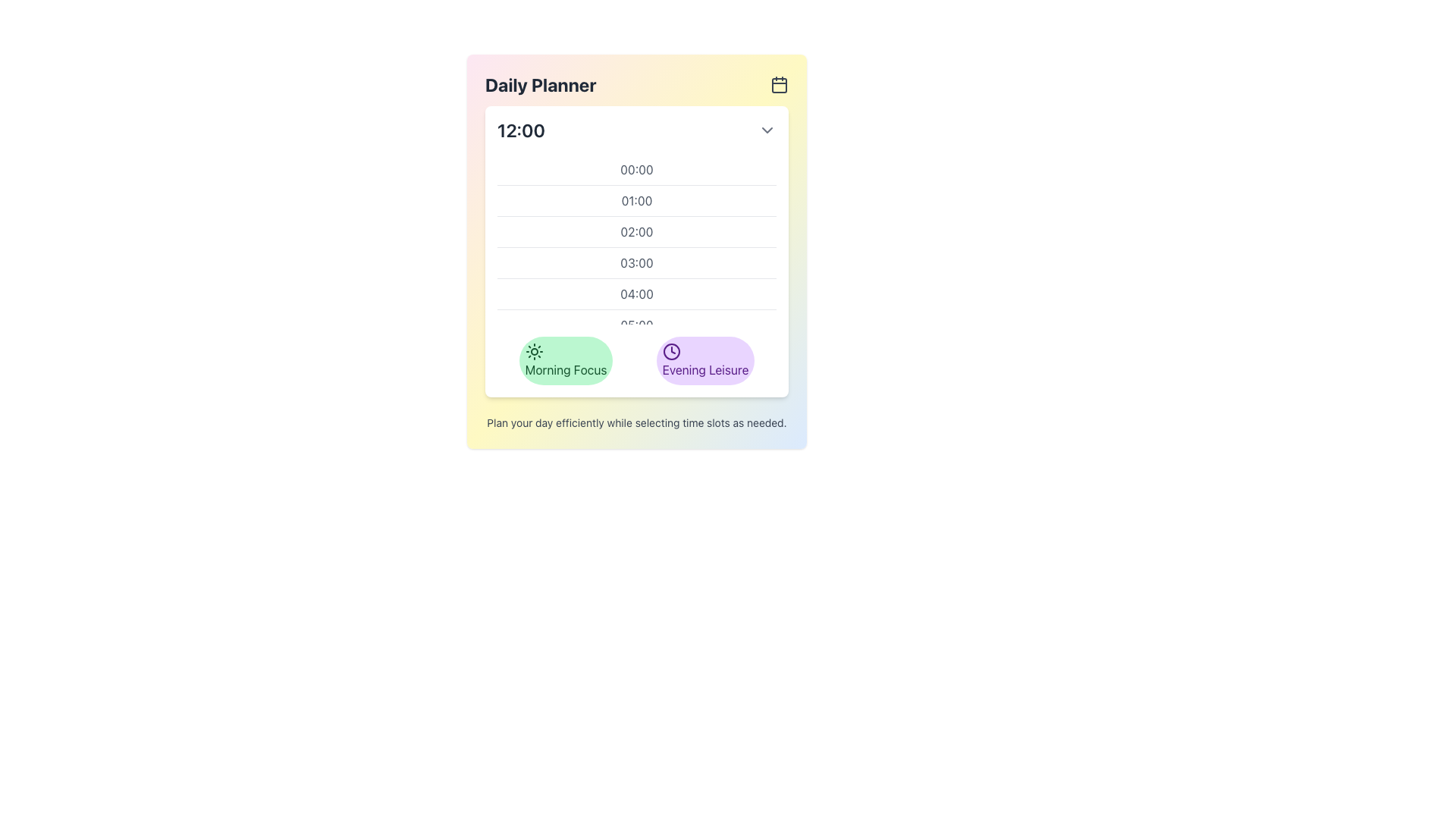  What do you see at coordinates (637, 262) in the screenshot?
I see `the '03:00' time slot option in the dropdown list for time selection, which is located directly below '02:00' and above '04:00'` at bounding box center [637, 262].